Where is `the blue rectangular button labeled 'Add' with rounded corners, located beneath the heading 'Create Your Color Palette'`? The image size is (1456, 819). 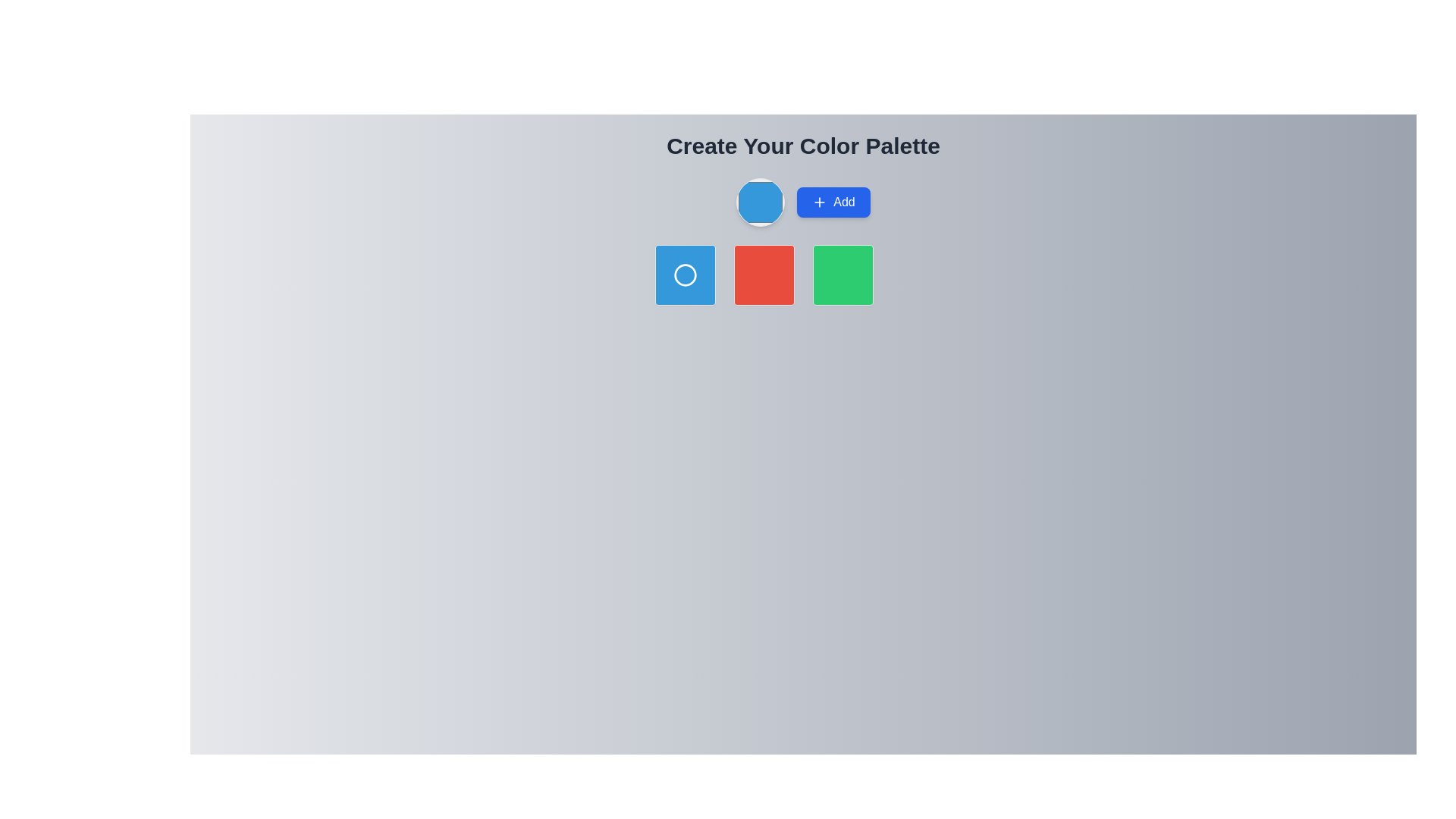
the blue rectangular button labeled 'Add' with rounded corners, located beneath the heading 'Create Your Color Palette' is located at coordinates (802, 201).